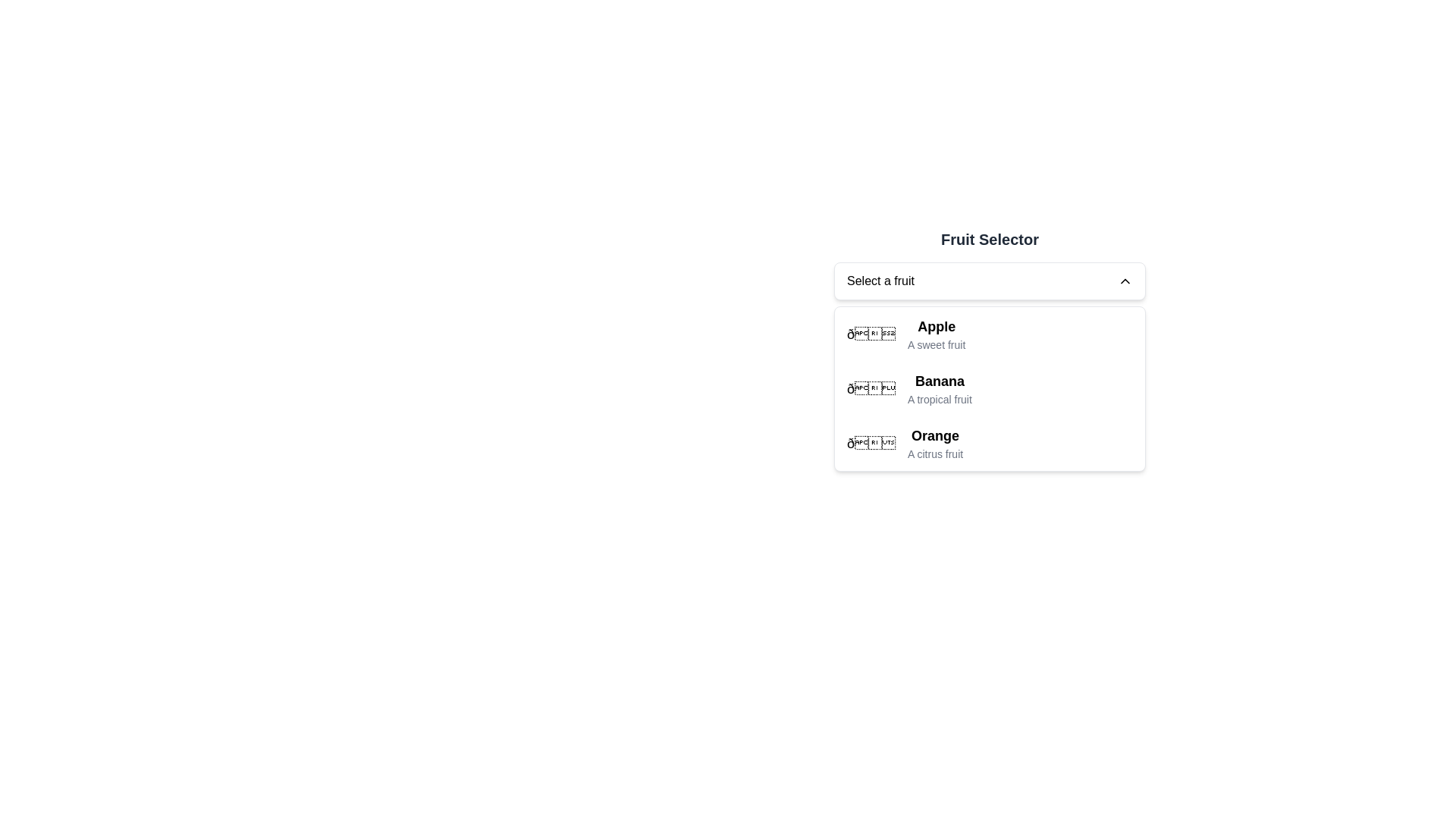 The image size is (1456, 819). What do you see at coordinates (938, 388) in the screenshot?
I see `the list item displaying 'Banana' in the 'Fruit Selector' dropdown` at bounding box center [938, 388].